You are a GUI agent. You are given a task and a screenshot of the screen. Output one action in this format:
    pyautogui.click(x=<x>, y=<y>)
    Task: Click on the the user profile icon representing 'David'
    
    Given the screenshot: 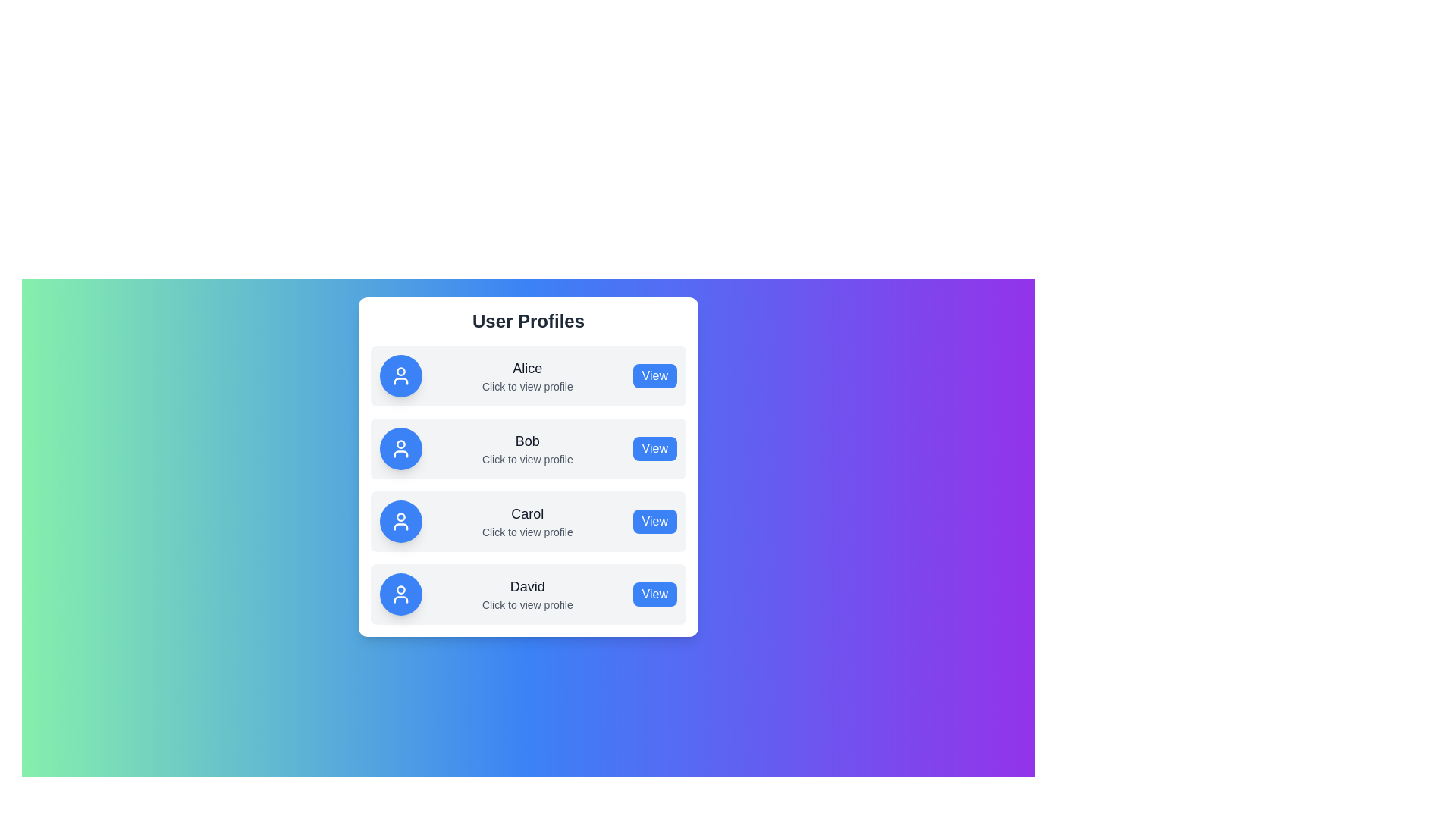 What is the action you would take?
    pyautogui.click(x=400, y=593)
    